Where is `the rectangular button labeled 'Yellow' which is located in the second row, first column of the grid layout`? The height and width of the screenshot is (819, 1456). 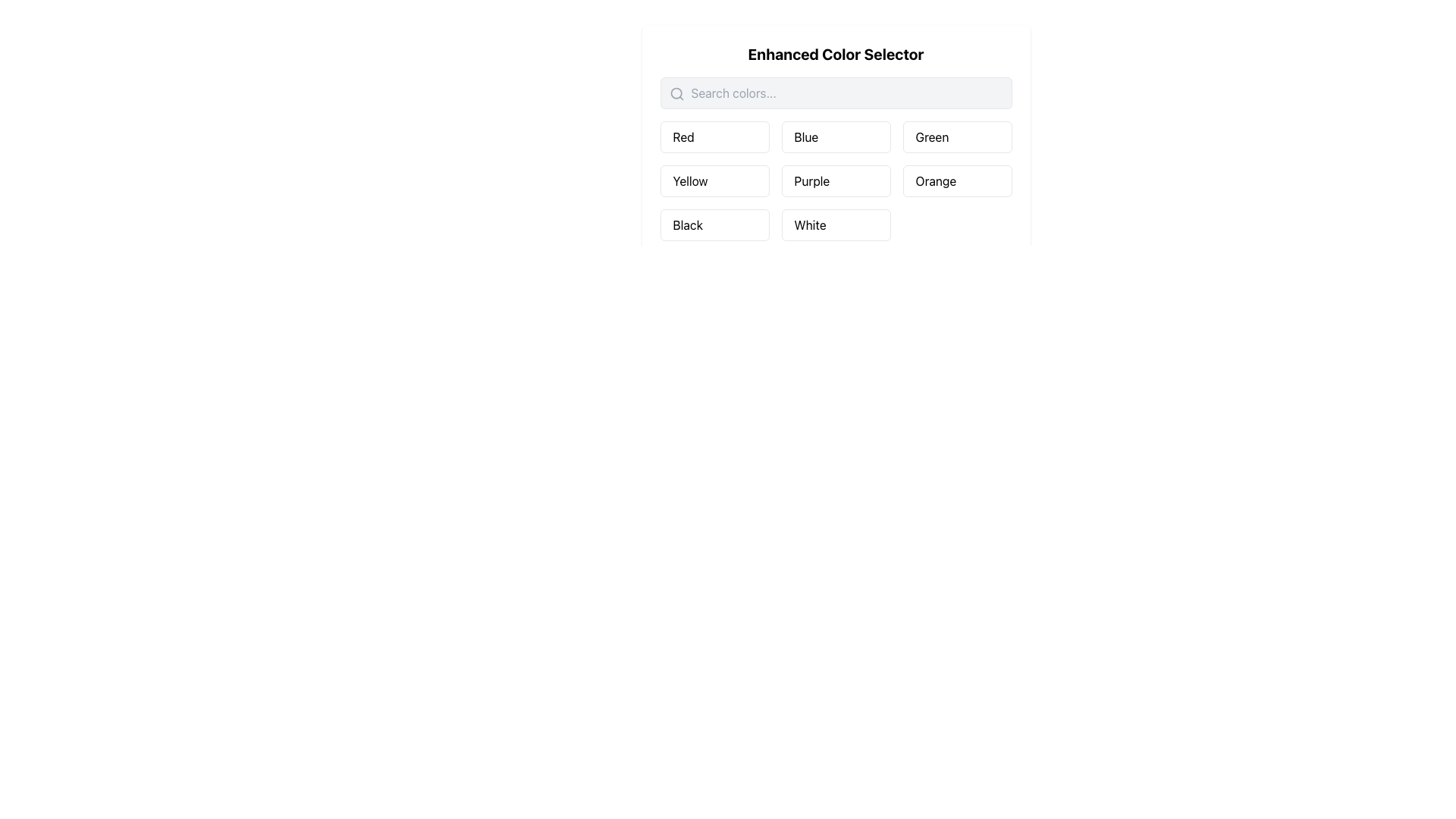 the rectangular button labeled 'Yellow' which is located in the second row, first column of the grid layout is located at coordinates (714, 180).